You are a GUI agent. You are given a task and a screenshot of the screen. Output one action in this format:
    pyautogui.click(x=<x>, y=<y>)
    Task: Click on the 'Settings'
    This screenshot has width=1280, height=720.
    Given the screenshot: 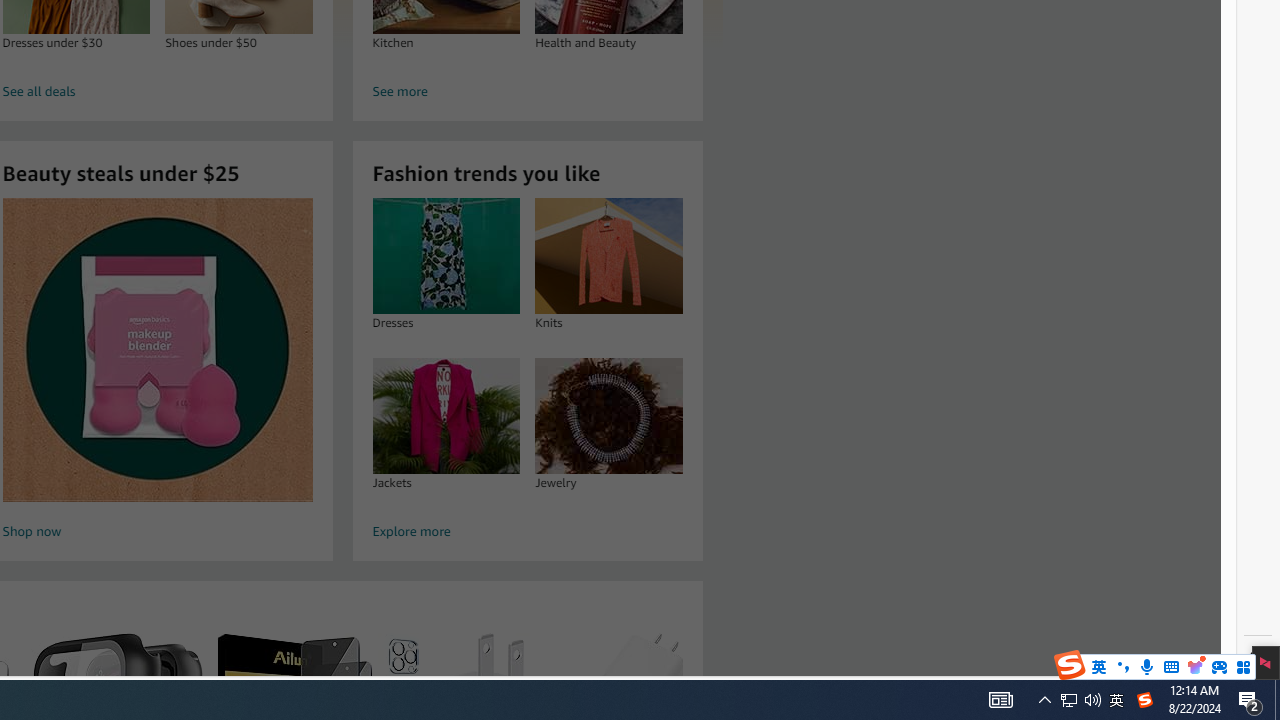 What is the action you would take?
    pyautogui.click(x=1257, y=658)
    